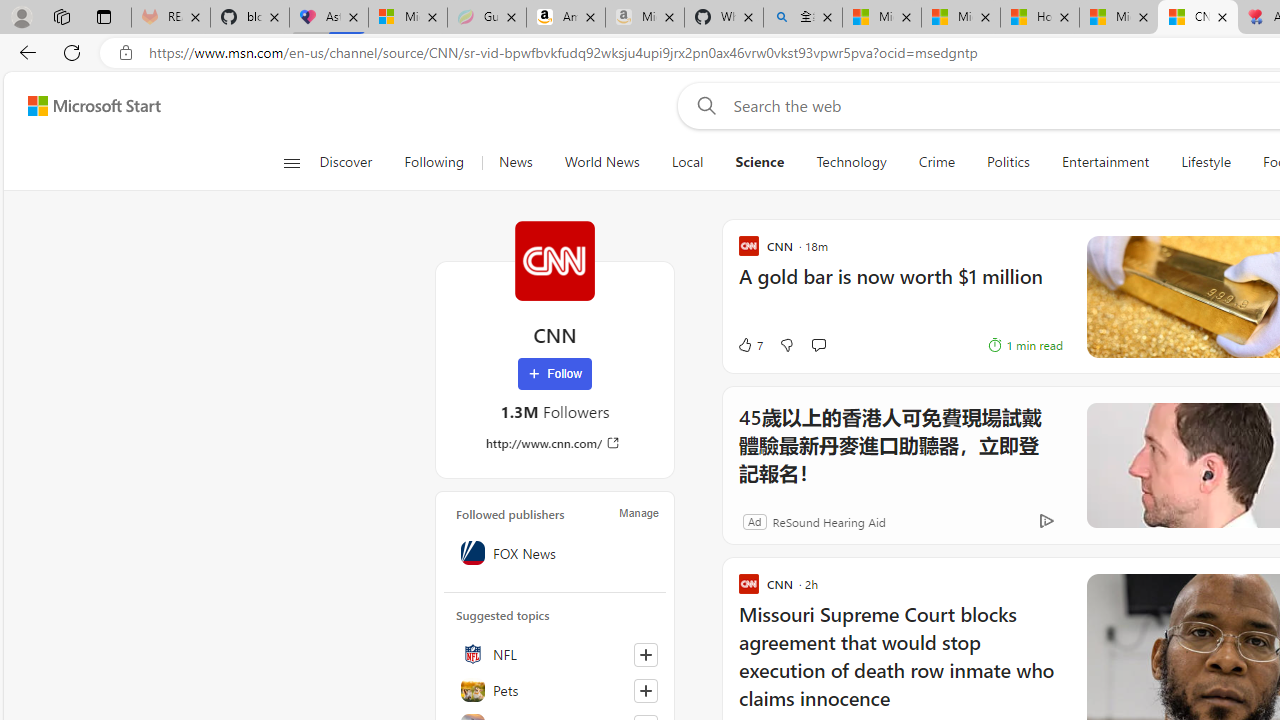  What do you see at coordinates (645, 689) in the screenshot?
I see `'Follow this topic'` at bounding box center [645, 689].